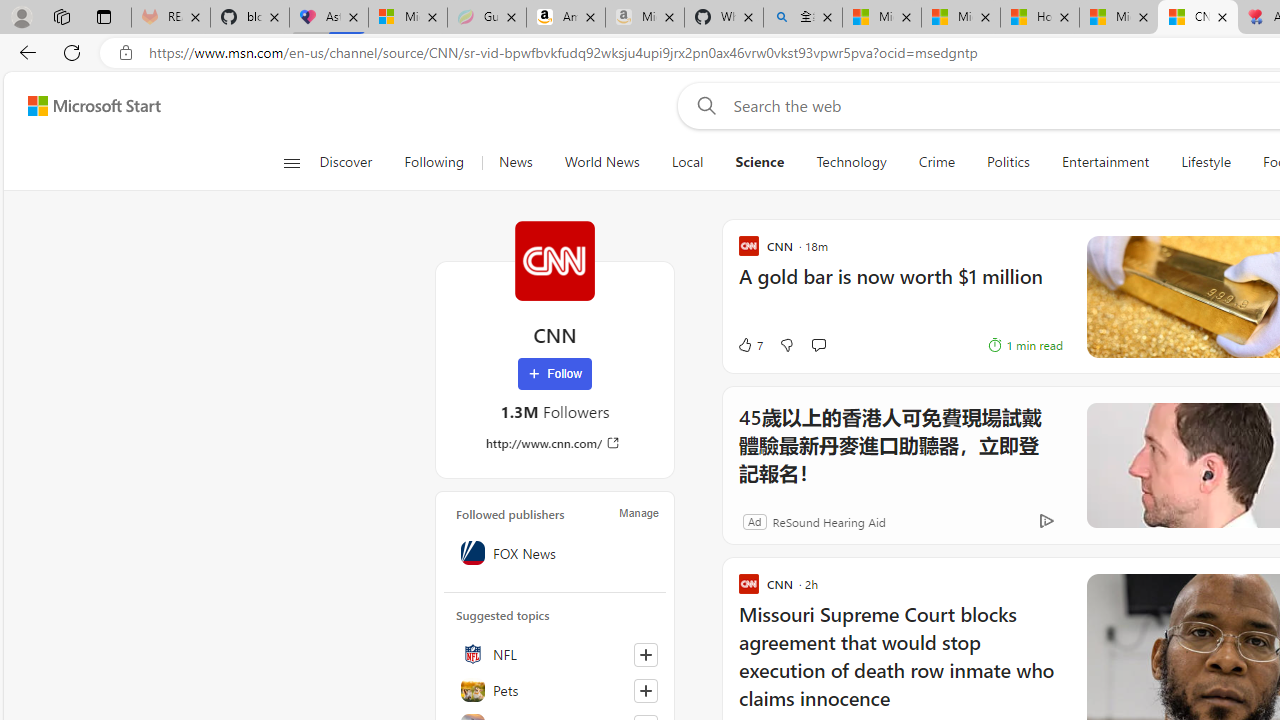  What do you see at coordinates (645, 689) in the screenshot?
I see `'Follow this topic'` at bounding box center [645, 689].